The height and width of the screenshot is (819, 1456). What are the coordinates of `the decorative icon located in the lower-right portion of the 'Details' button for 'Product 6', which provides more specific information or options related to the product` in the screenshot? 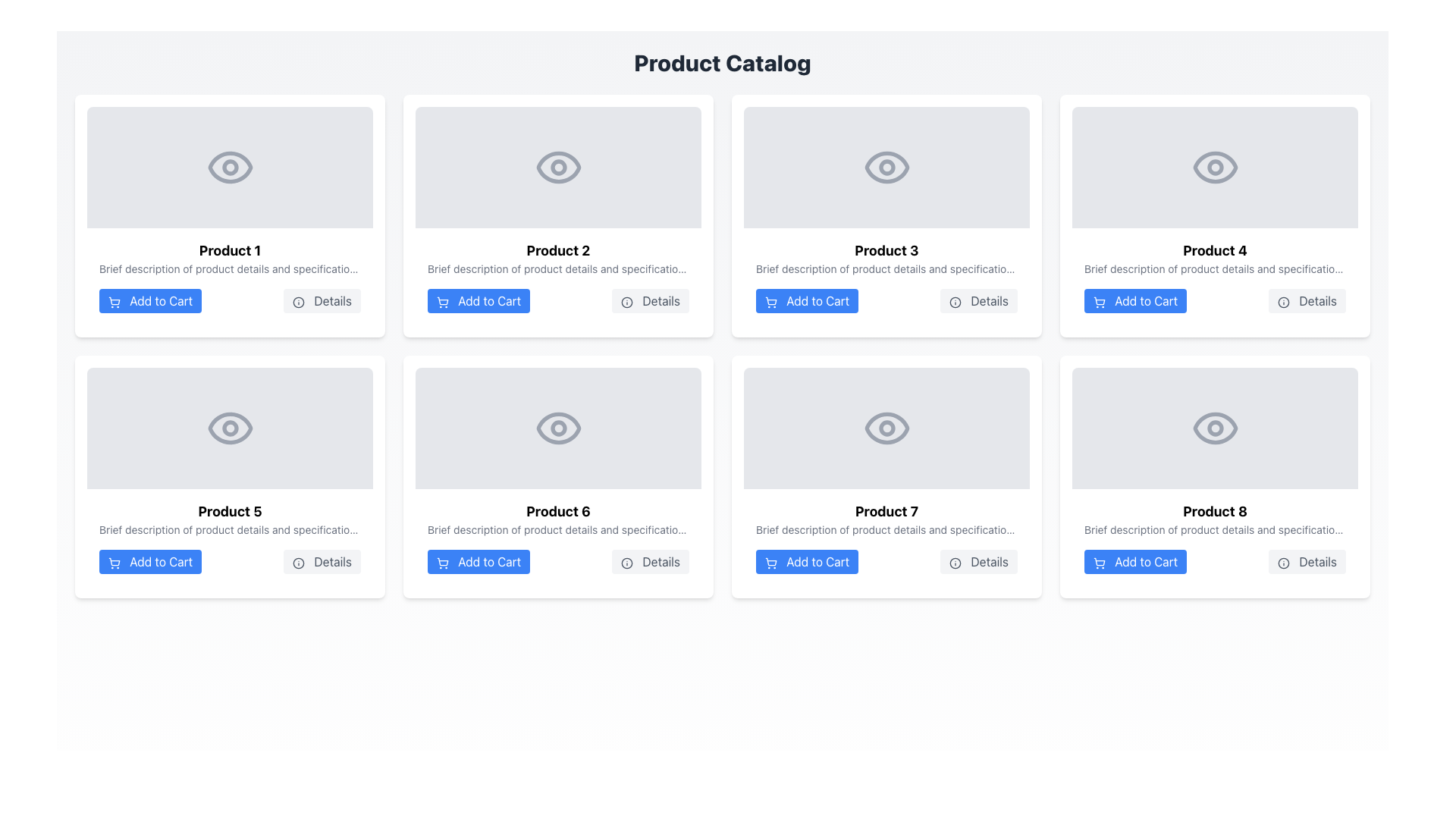 It's located at (627, 563).